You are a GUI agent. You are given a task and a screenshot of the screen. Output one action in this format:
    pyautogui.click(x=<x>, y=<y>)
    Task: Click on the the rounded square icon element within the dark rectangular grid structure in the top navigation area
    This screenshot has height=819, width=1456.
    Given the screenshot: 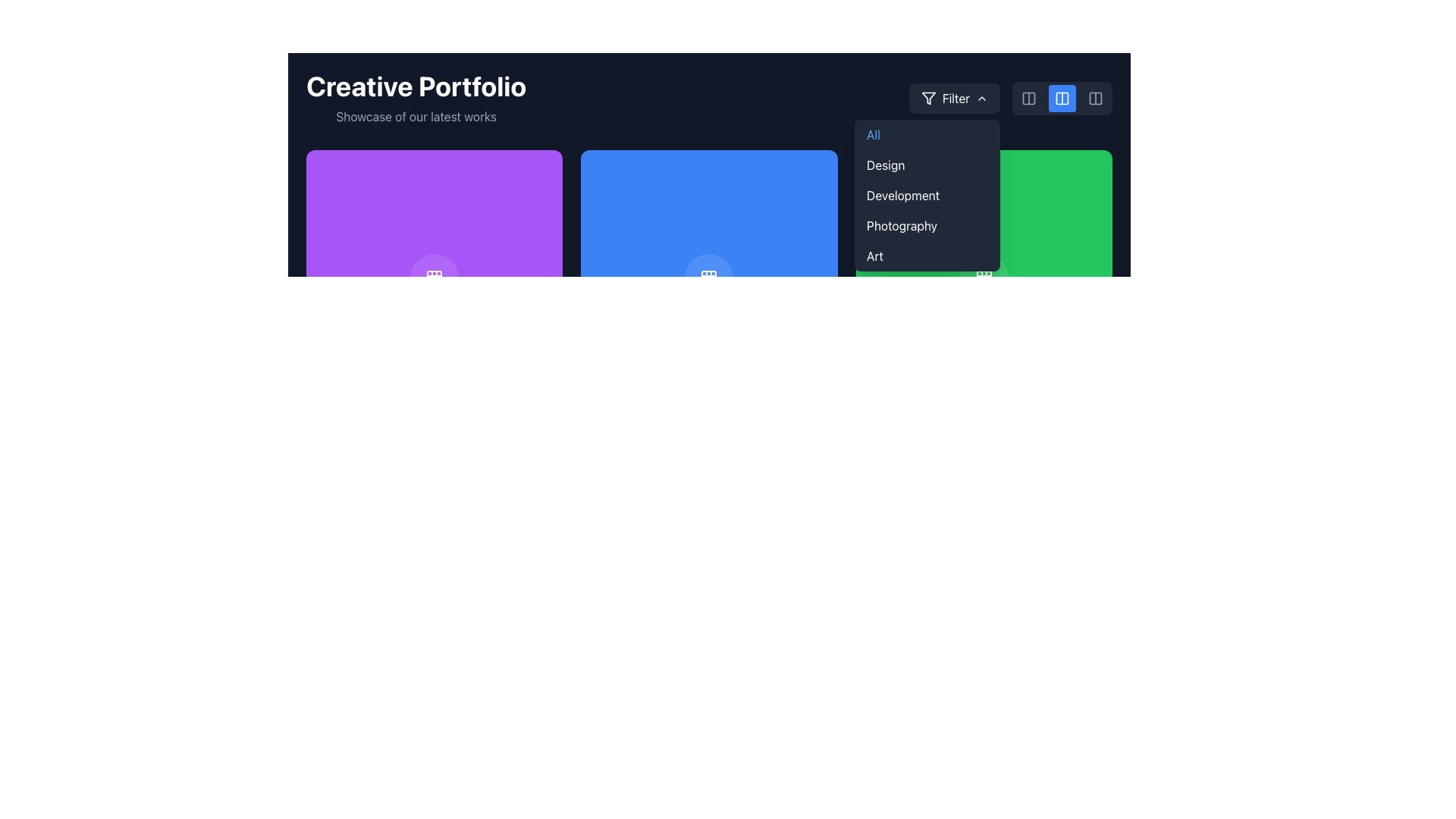 What is the action you would take?
    pyautogui.click(x=1029, y=99)
    